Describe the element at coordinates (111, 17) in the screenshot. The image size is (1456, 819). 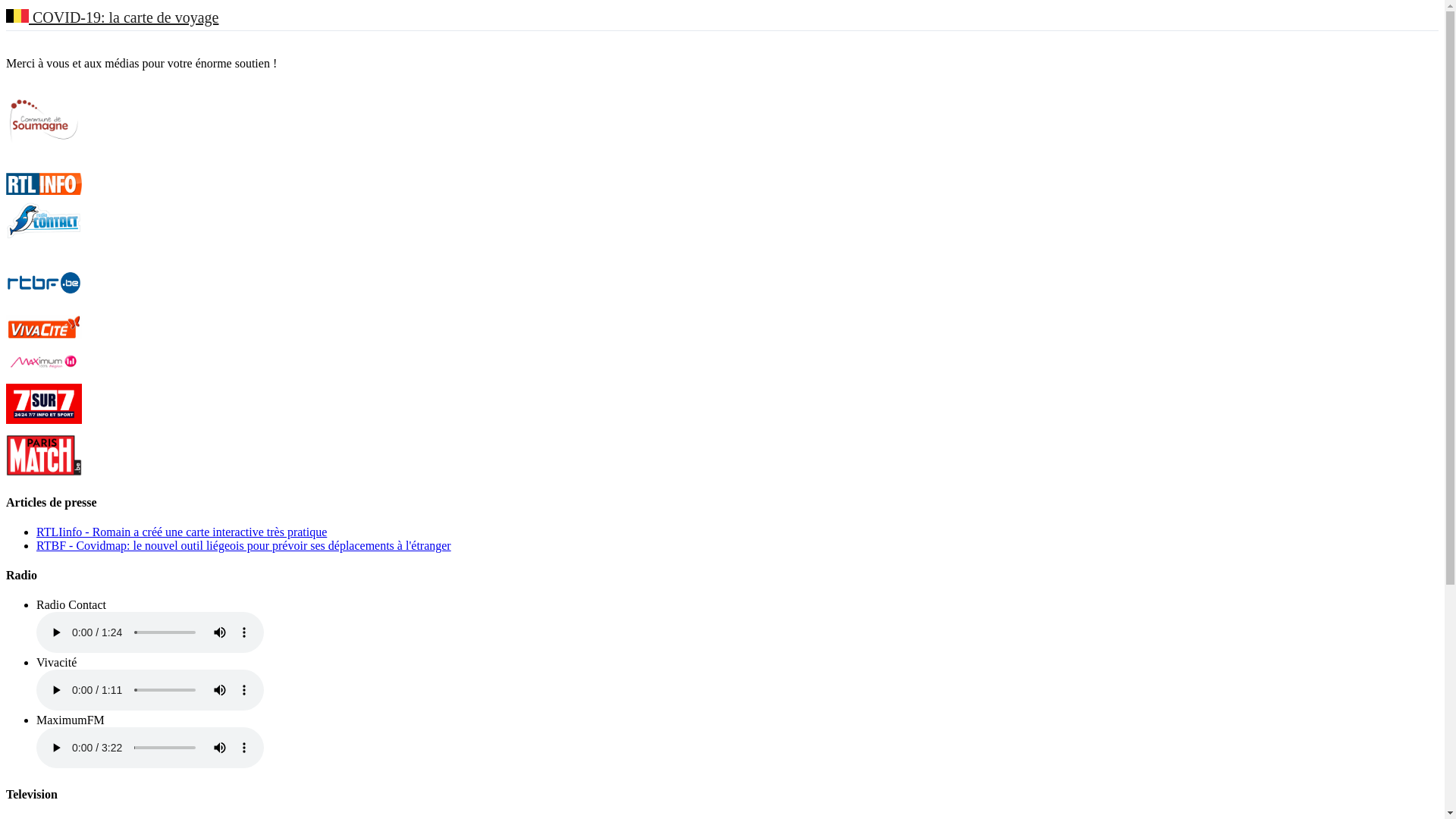
I see `'COVID-19: la carte de voyage'` at that location.